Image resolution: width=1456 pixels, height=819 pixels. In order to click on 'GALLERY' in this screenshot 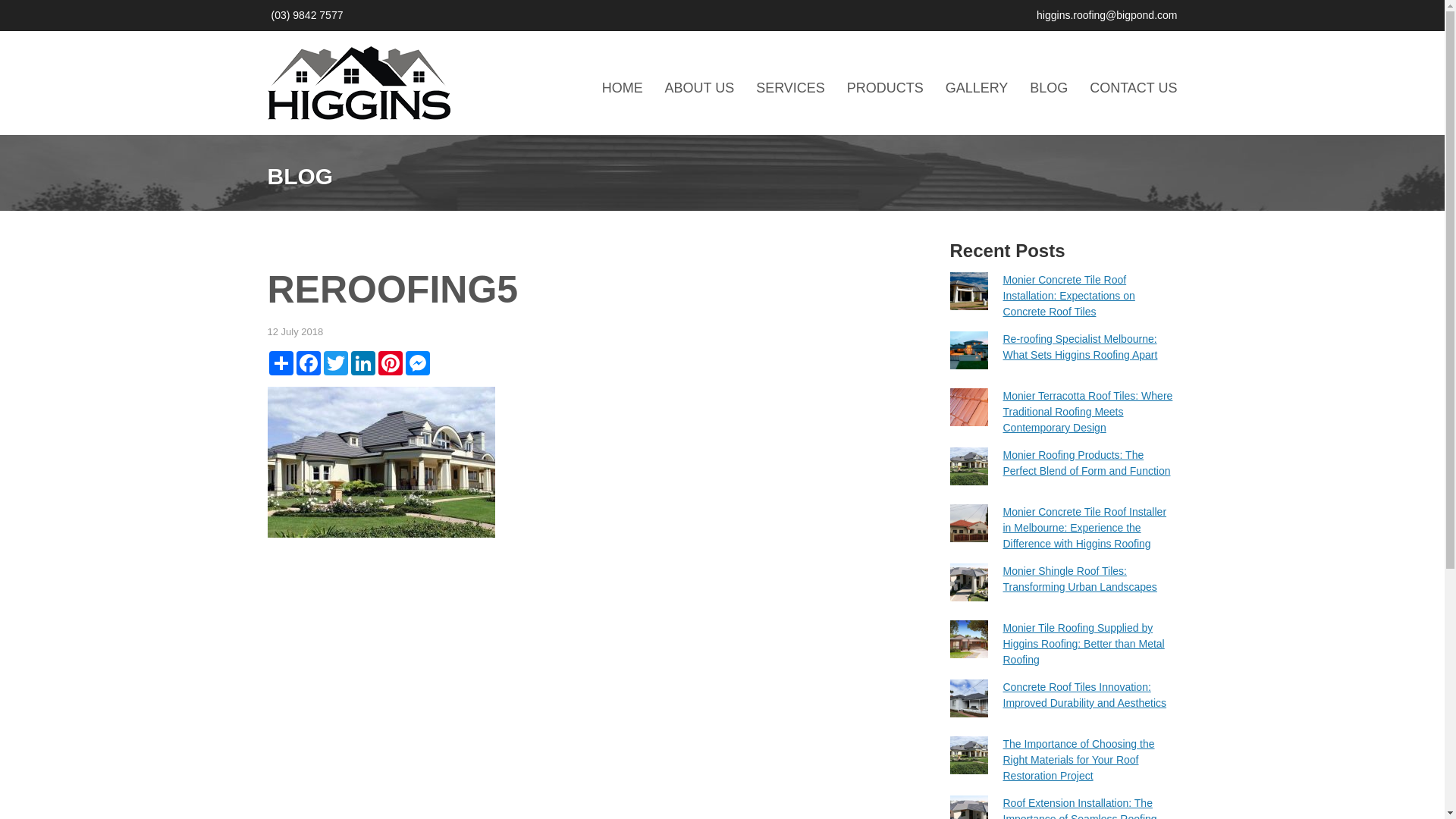, I will do `click(945, 87)`.